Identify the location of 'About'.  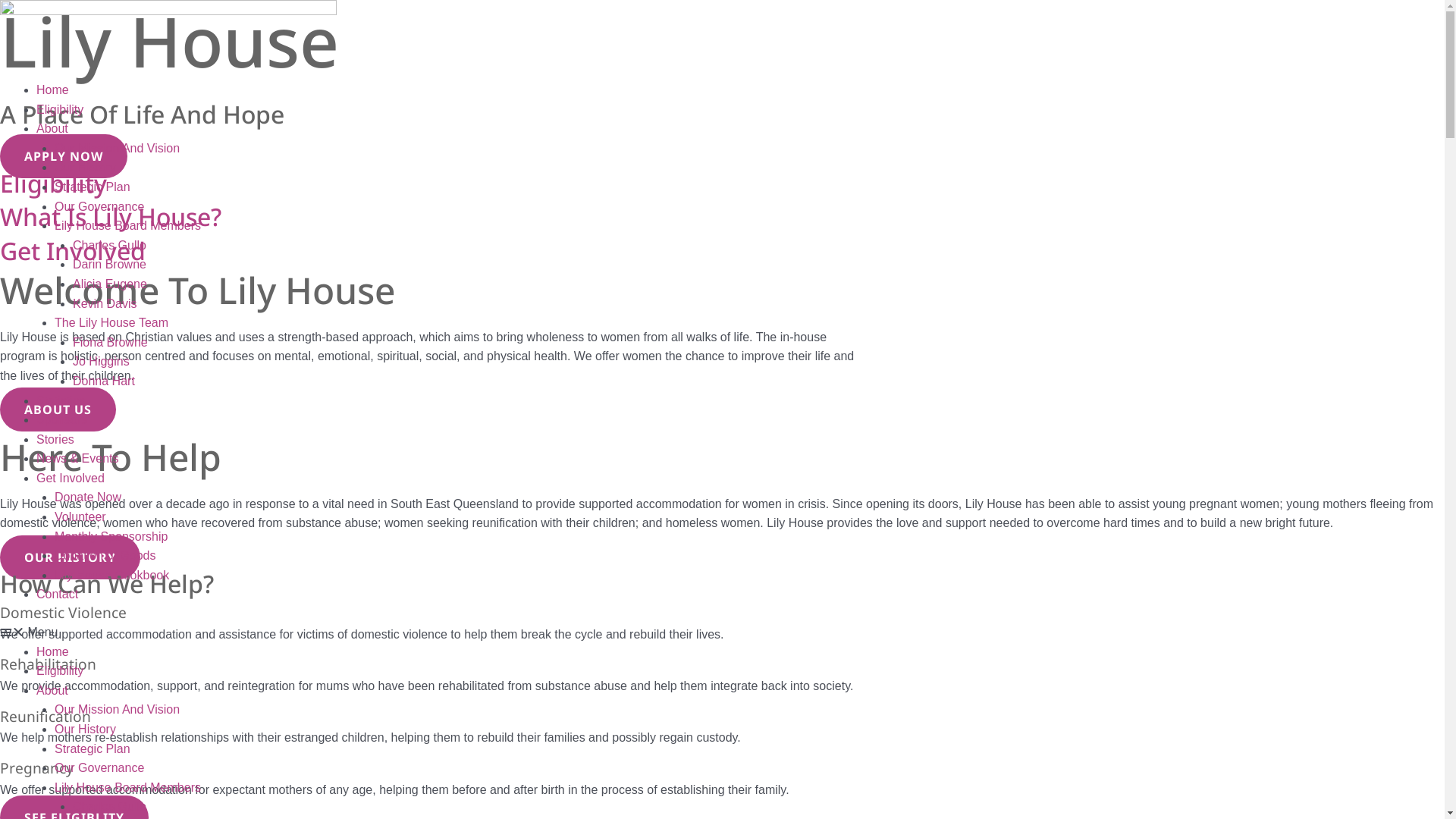
(52, 690).